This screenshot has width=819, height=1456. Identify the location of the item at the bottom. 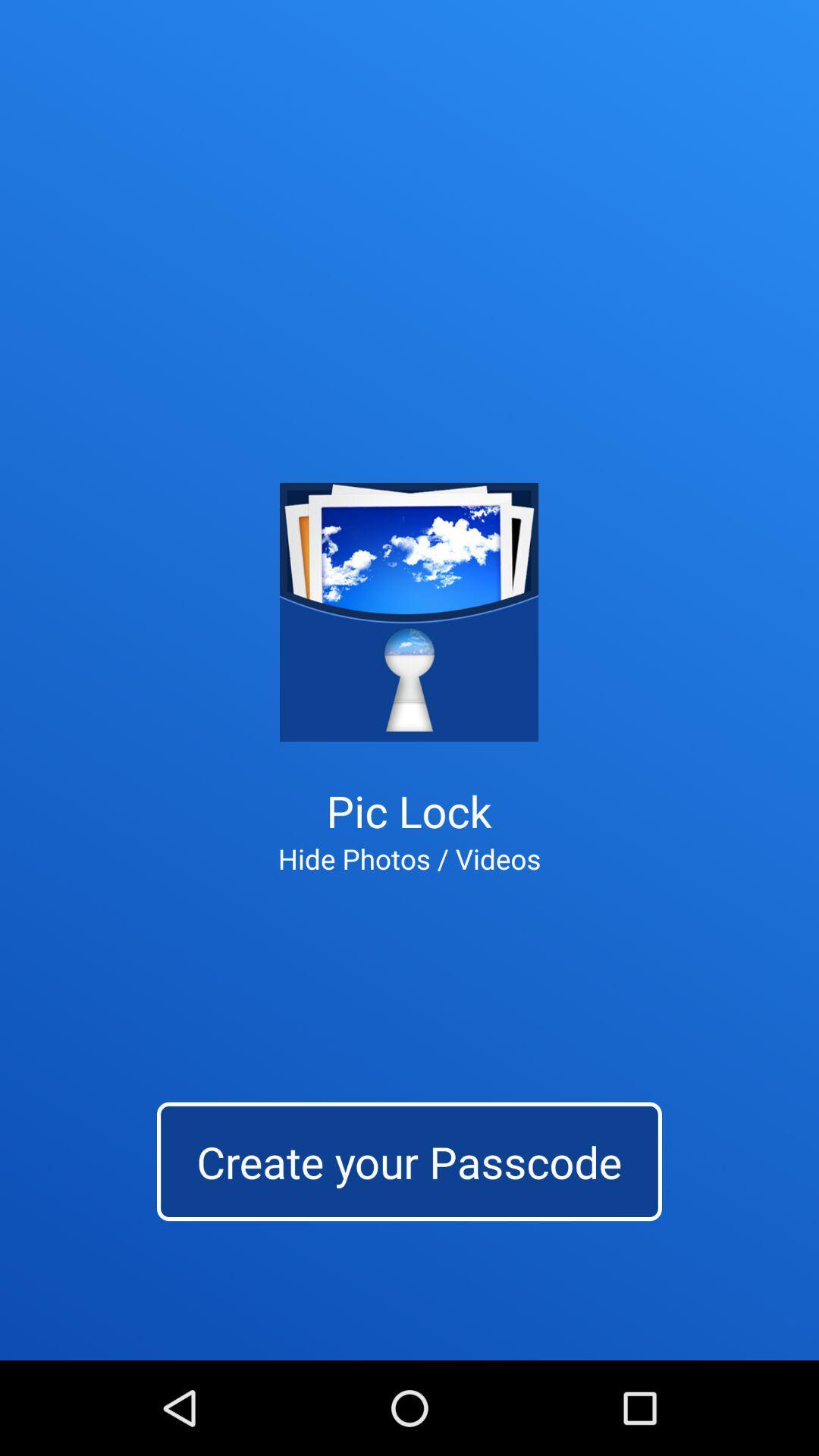
(409, 1160).